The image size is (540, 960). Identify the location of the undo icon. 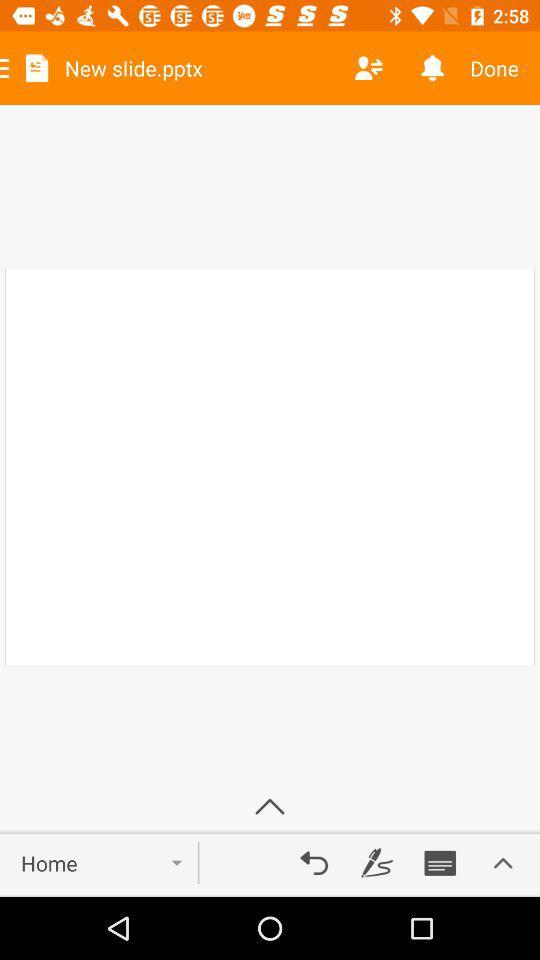
(314, 862).